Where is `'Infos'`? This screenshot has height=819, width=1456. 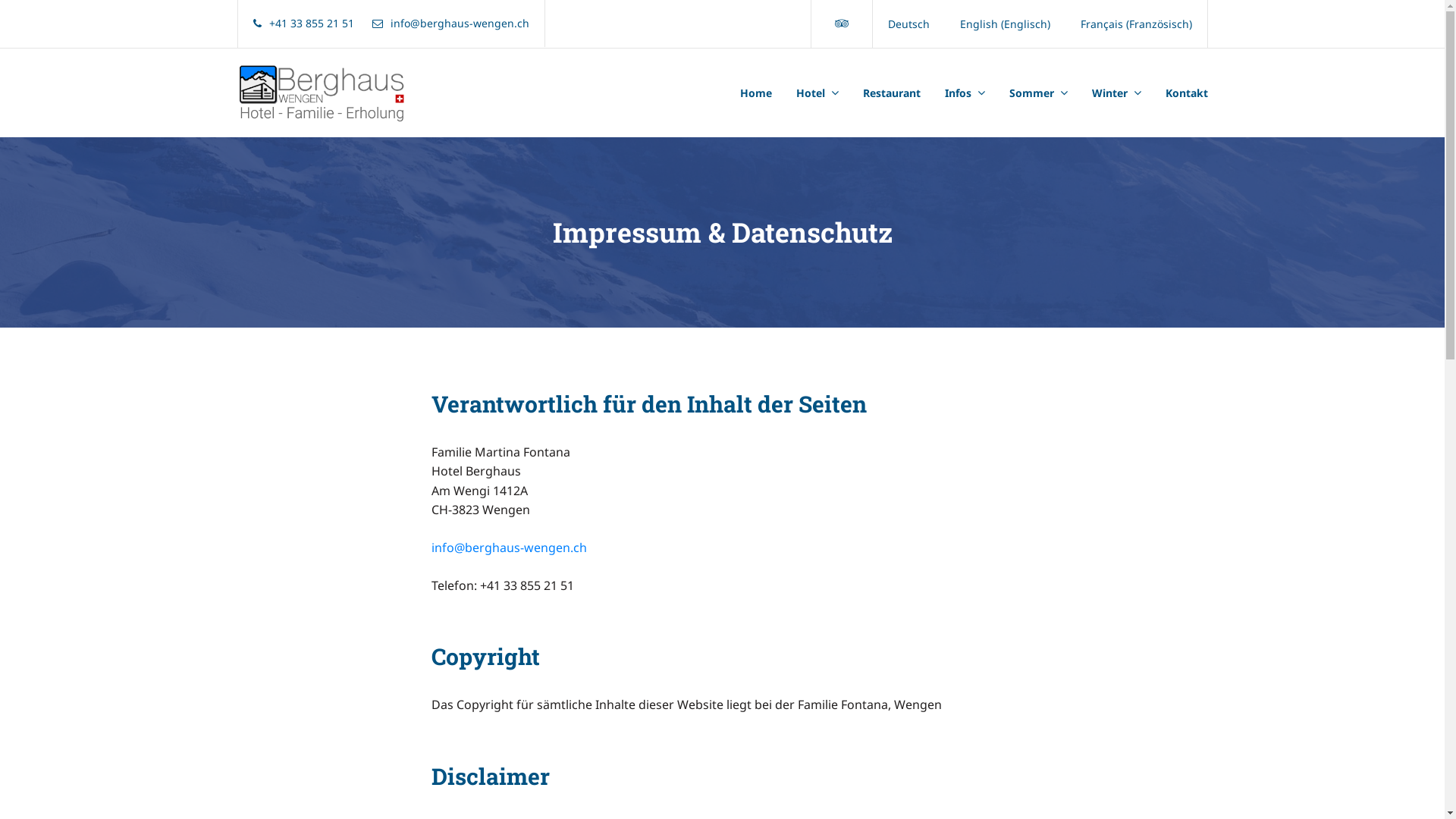
'Infos' is located at coordinates (964, 93).